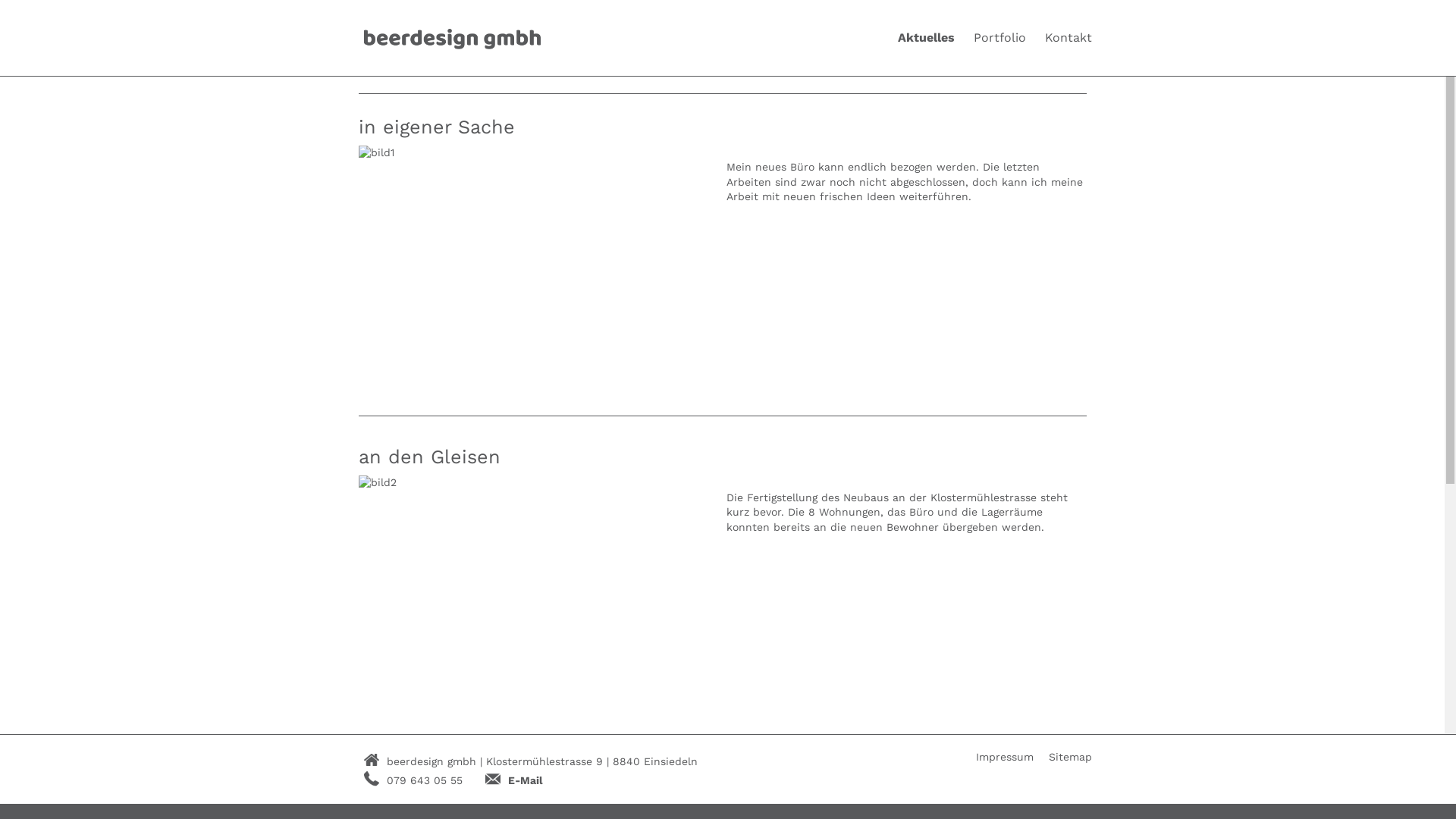 The height and width of the screenshot is (819, 1456). What do you see at coordinates (1068, 37) in the screenshot?
I see `'Kontakt'` at bounding box center [1068, 37].